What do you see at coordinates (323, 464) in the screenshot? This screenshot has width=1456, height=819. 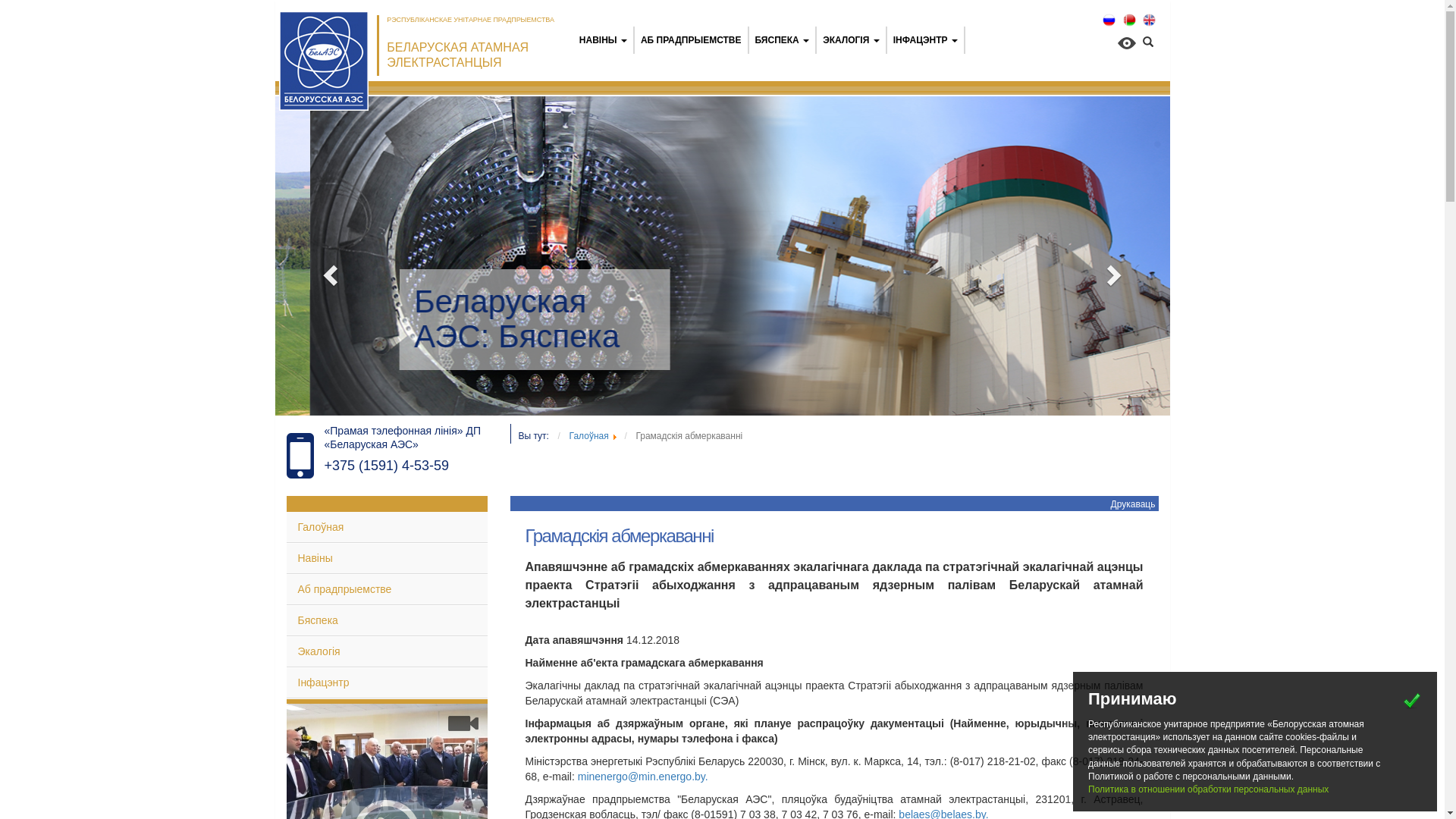 I see `'+375 (1591) 4-53-59'` at bounding box center [323, 464].